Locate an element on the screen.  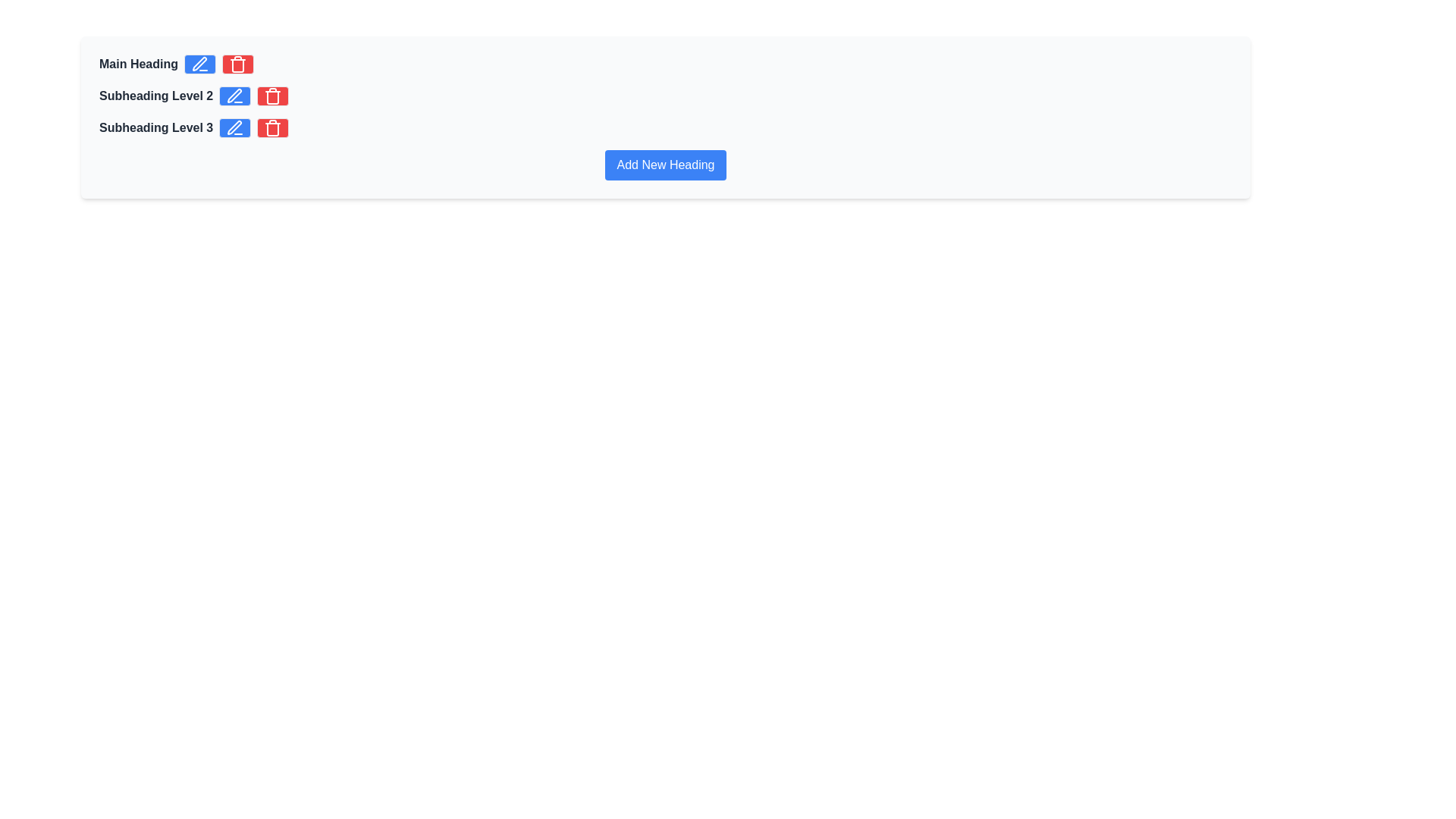
the editing icon button located next to the text 'Subheading Level 3' to initiate editing is located at coordinates (234, 127).